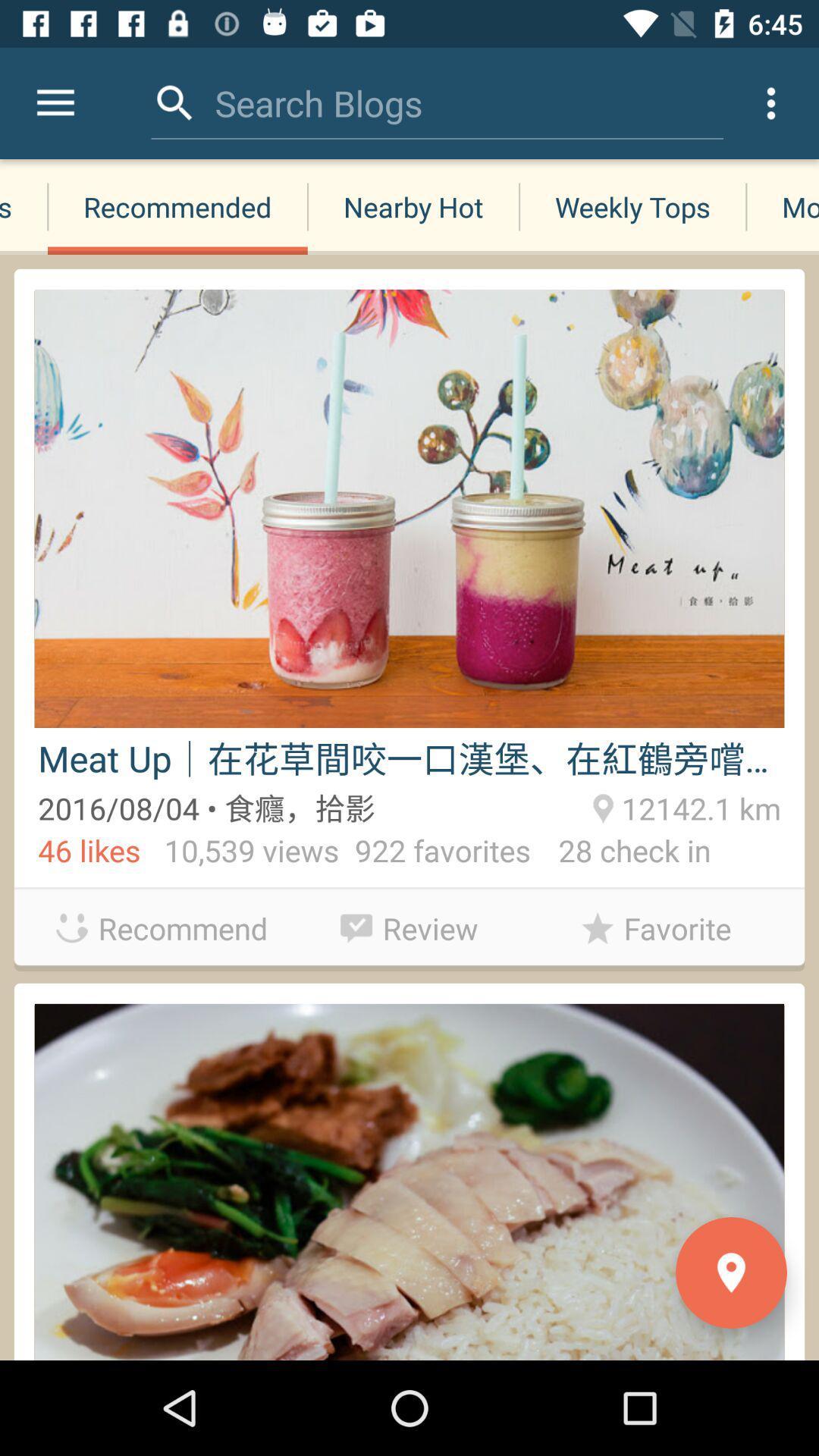 The width and height of the screenshot is (819, 1456). What do you see at coordinates (409, 924) in the screenshot?
I see `the review app` at bounding box center [409, 924].